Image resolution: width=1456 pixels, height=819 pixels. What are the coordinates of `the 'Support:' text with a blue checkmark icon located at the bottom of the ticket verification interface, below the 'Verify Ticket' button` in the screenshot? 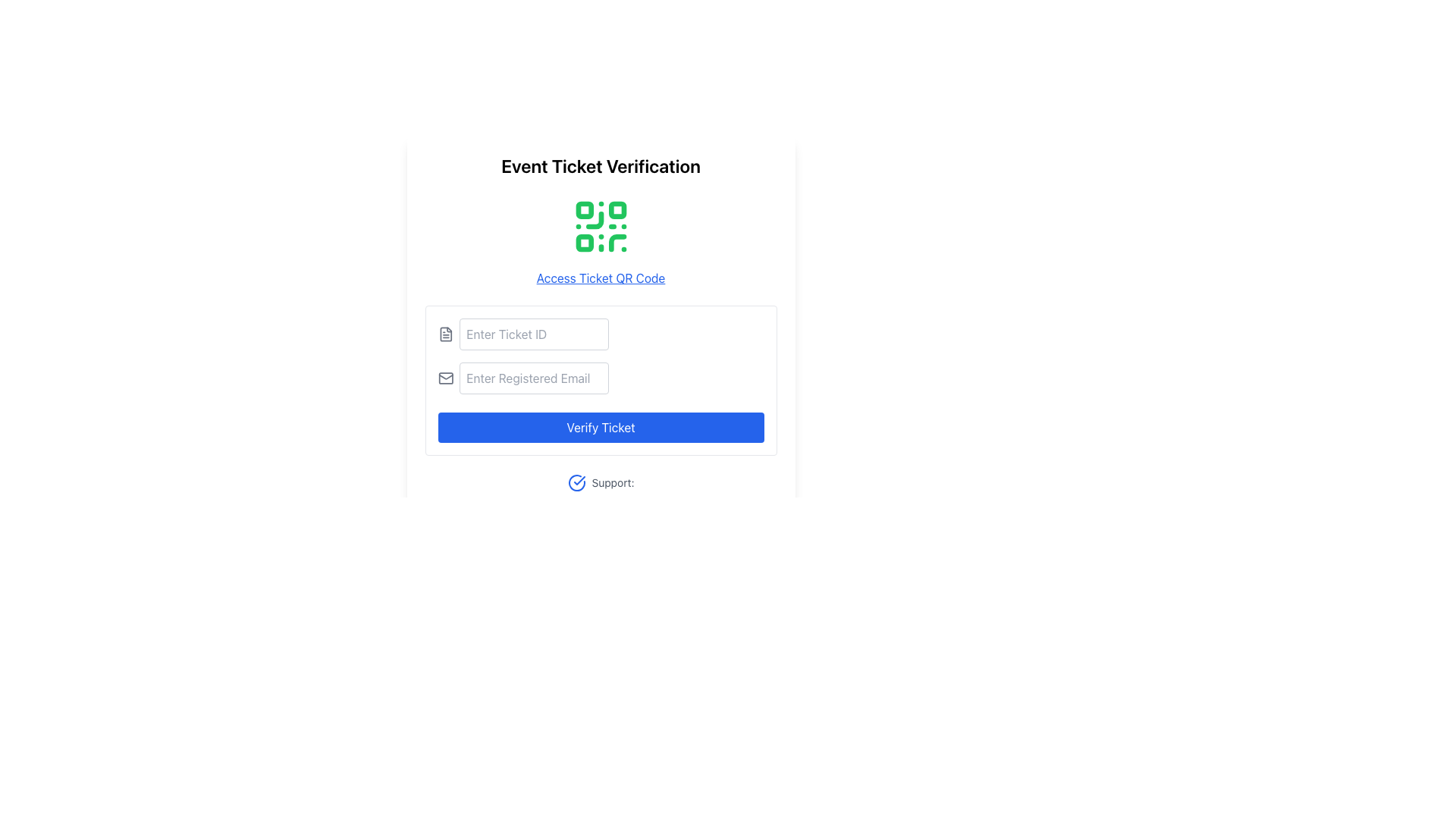 It's located at (600, 482).